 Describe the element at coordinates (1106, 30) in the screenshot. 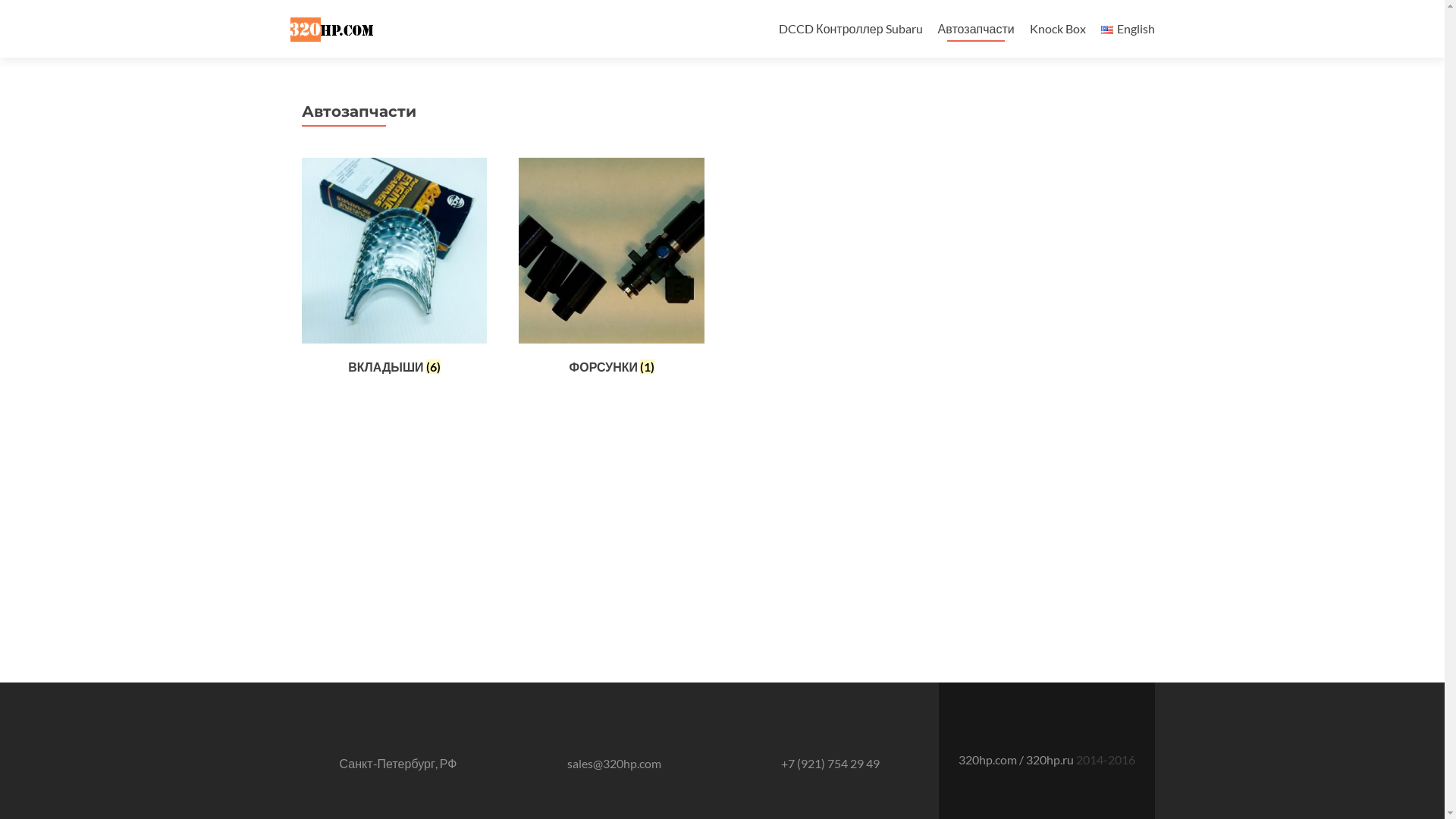

I see `'English'` at that location.